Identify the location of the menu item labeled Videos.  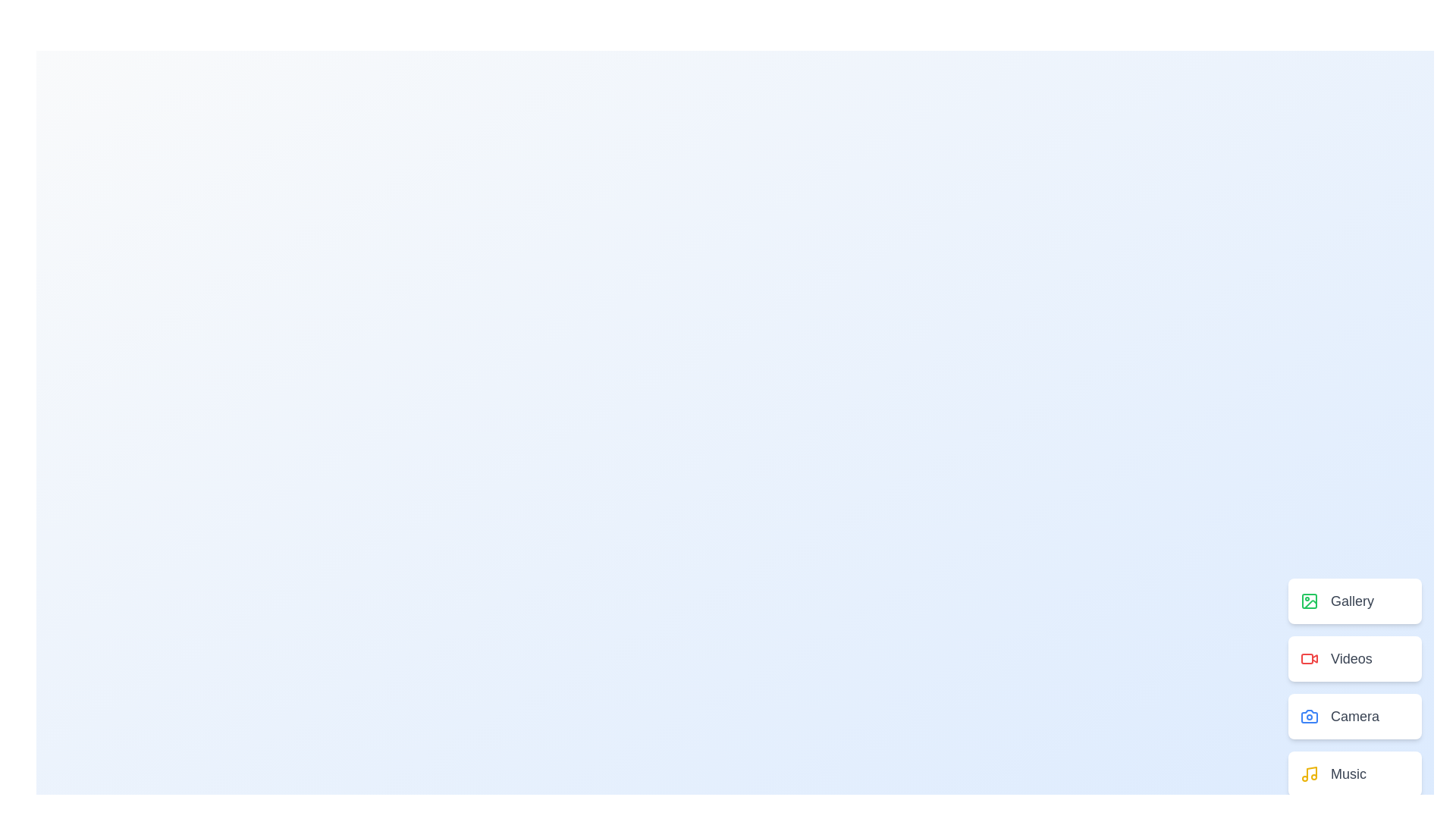
(1354, 657).